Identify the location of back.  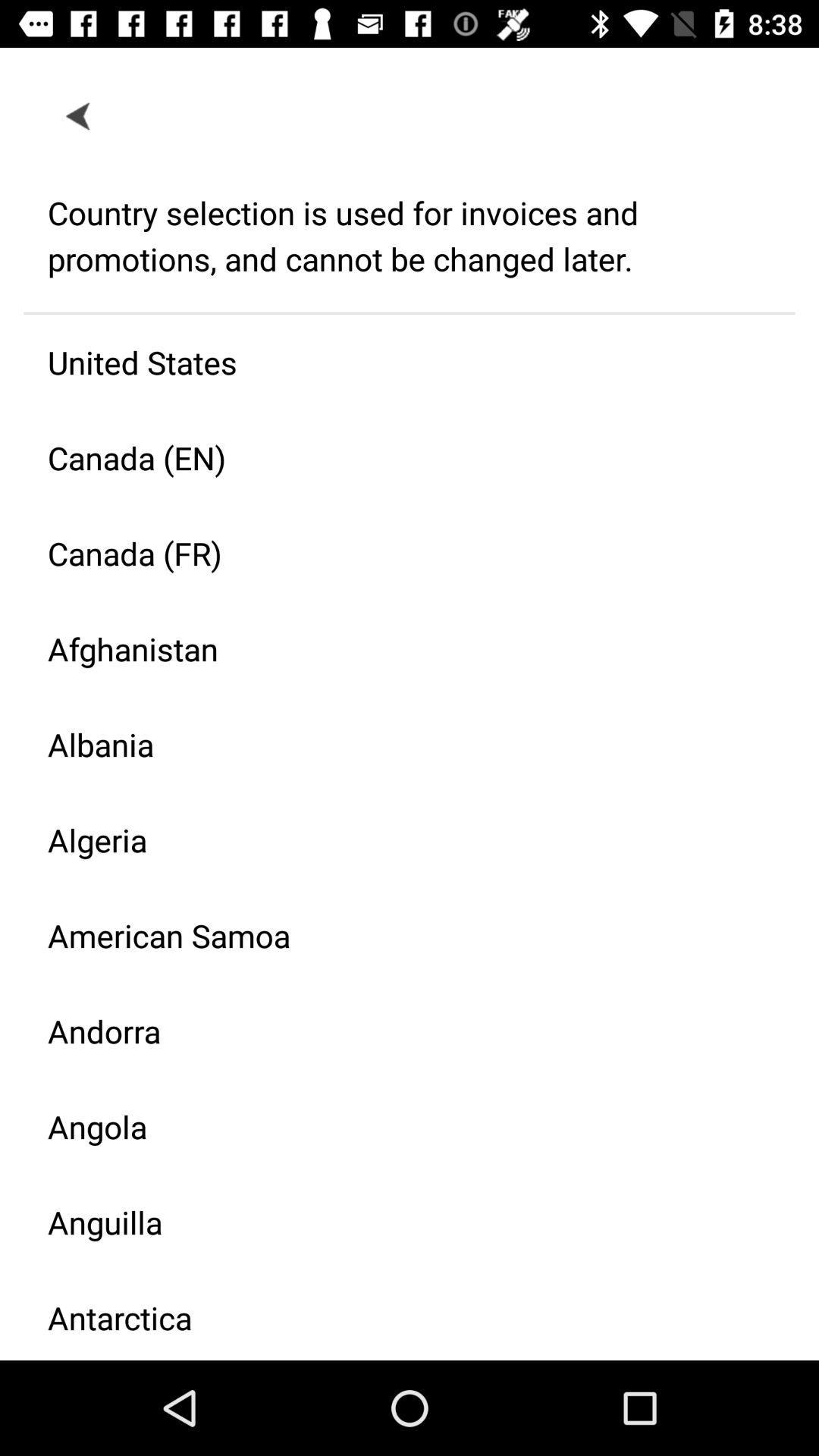
(79, 115).